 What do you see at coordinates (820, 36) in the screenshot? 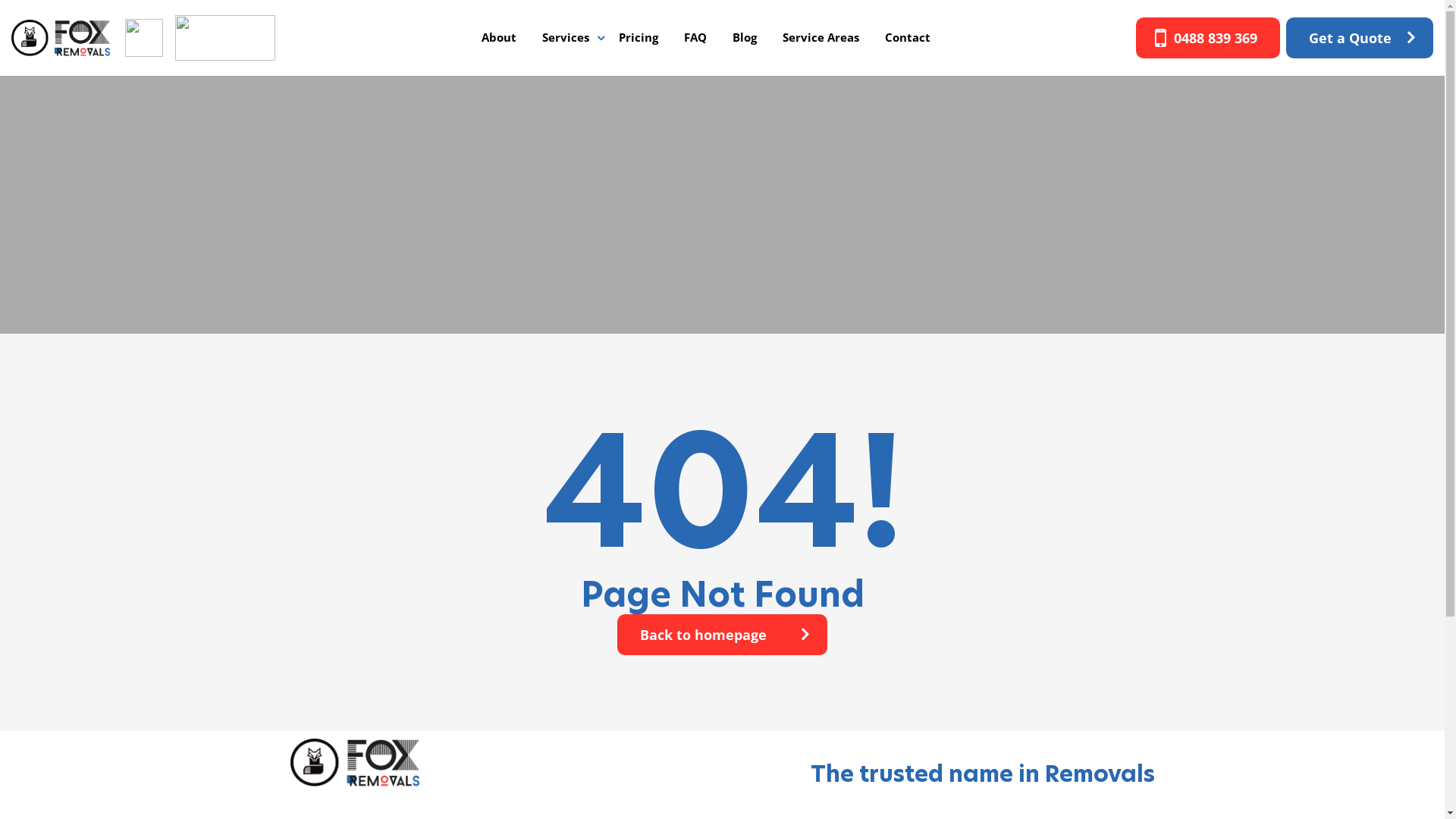
I see `'Service Areas'` at bounding box center [820, 36].